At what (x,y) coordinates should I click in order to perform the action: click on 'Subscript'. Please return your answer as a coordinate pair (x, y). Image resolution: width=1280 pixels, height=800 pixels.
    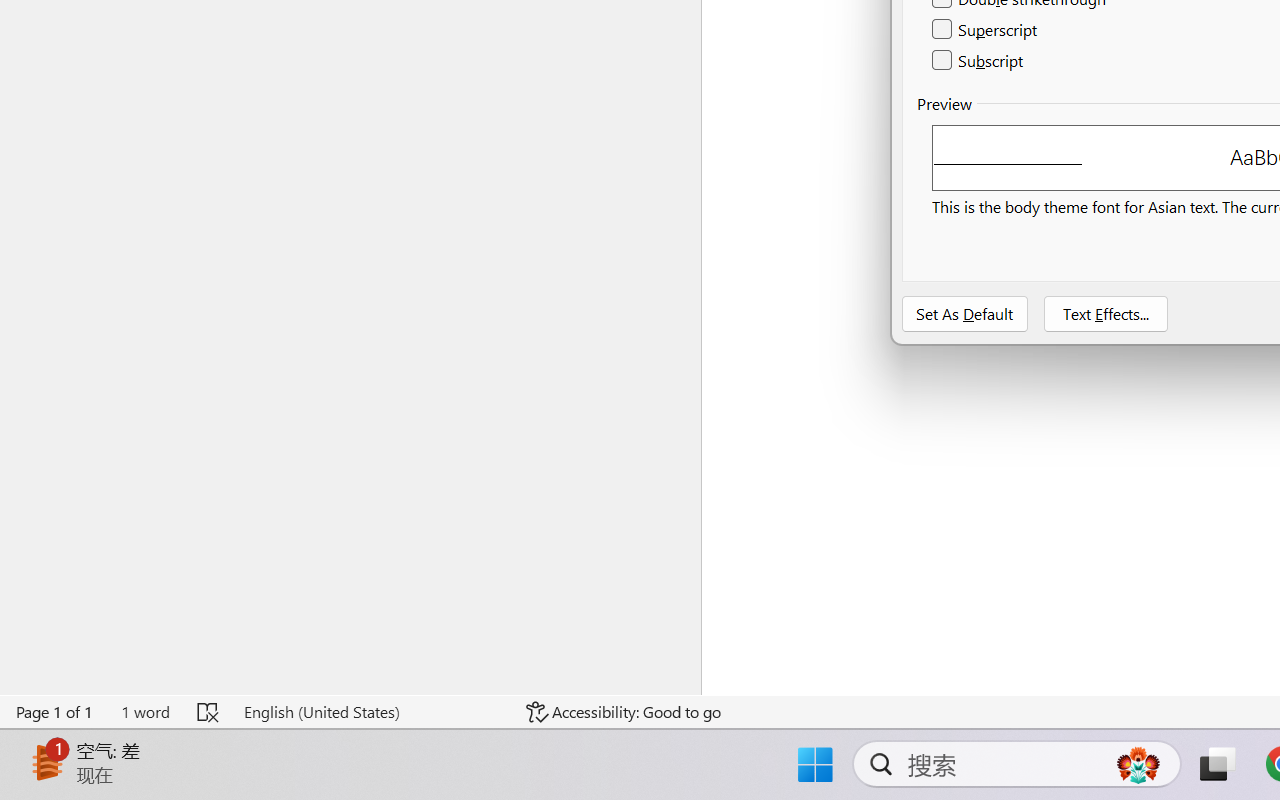
    Looking at the image, I should click on (979, 59).